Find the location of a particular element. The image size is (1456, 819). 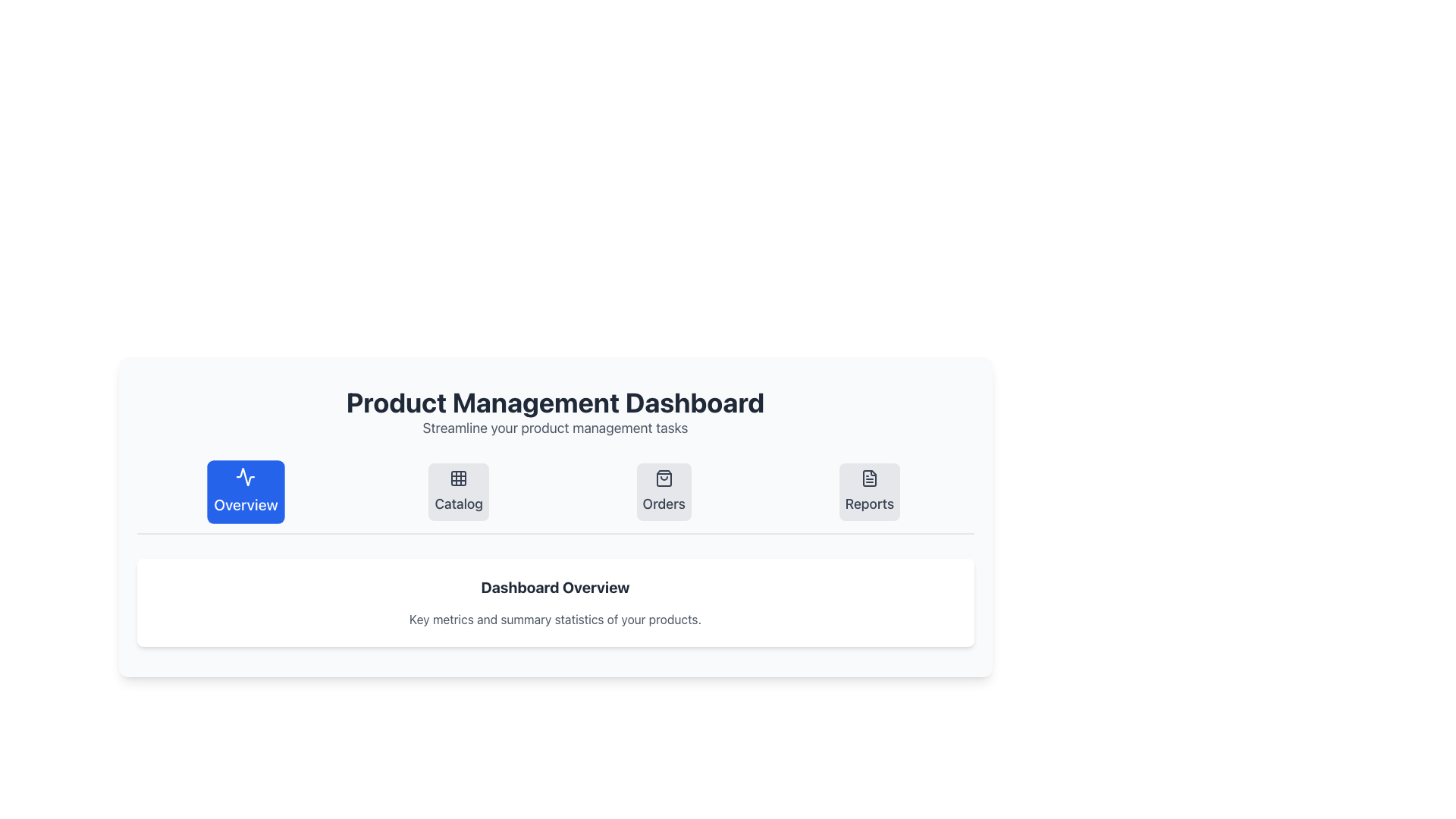

the icon within the 'Overview' button located on the leftmost side of the button group is located at coordinates (246, 476).